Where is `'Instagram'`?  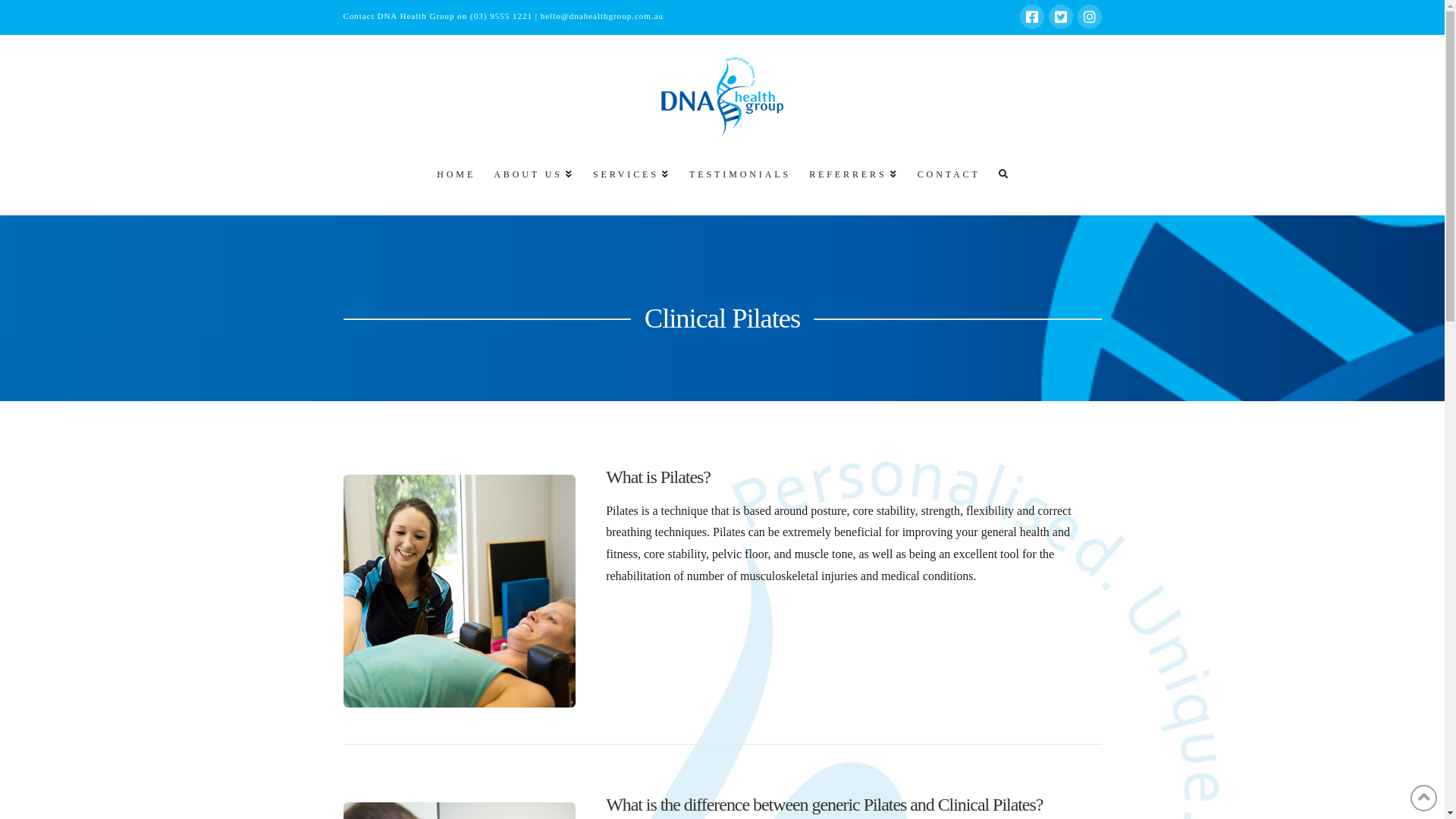 'Instagram' is located at coordinates (1076, 17).